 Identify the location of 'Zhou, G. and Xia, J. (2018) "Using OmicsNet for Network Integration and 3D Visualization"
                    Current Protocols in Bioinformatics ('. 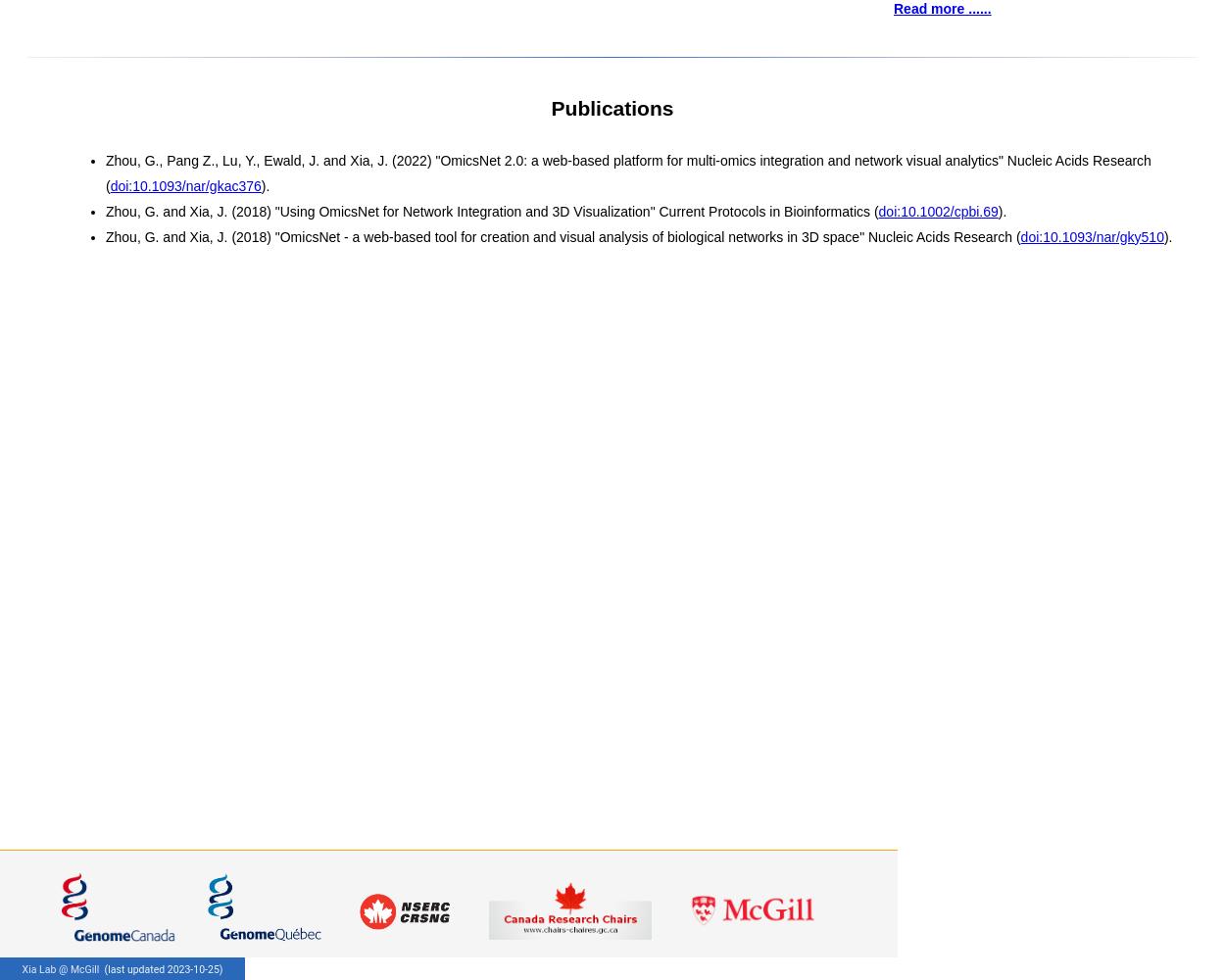
(105, 210).